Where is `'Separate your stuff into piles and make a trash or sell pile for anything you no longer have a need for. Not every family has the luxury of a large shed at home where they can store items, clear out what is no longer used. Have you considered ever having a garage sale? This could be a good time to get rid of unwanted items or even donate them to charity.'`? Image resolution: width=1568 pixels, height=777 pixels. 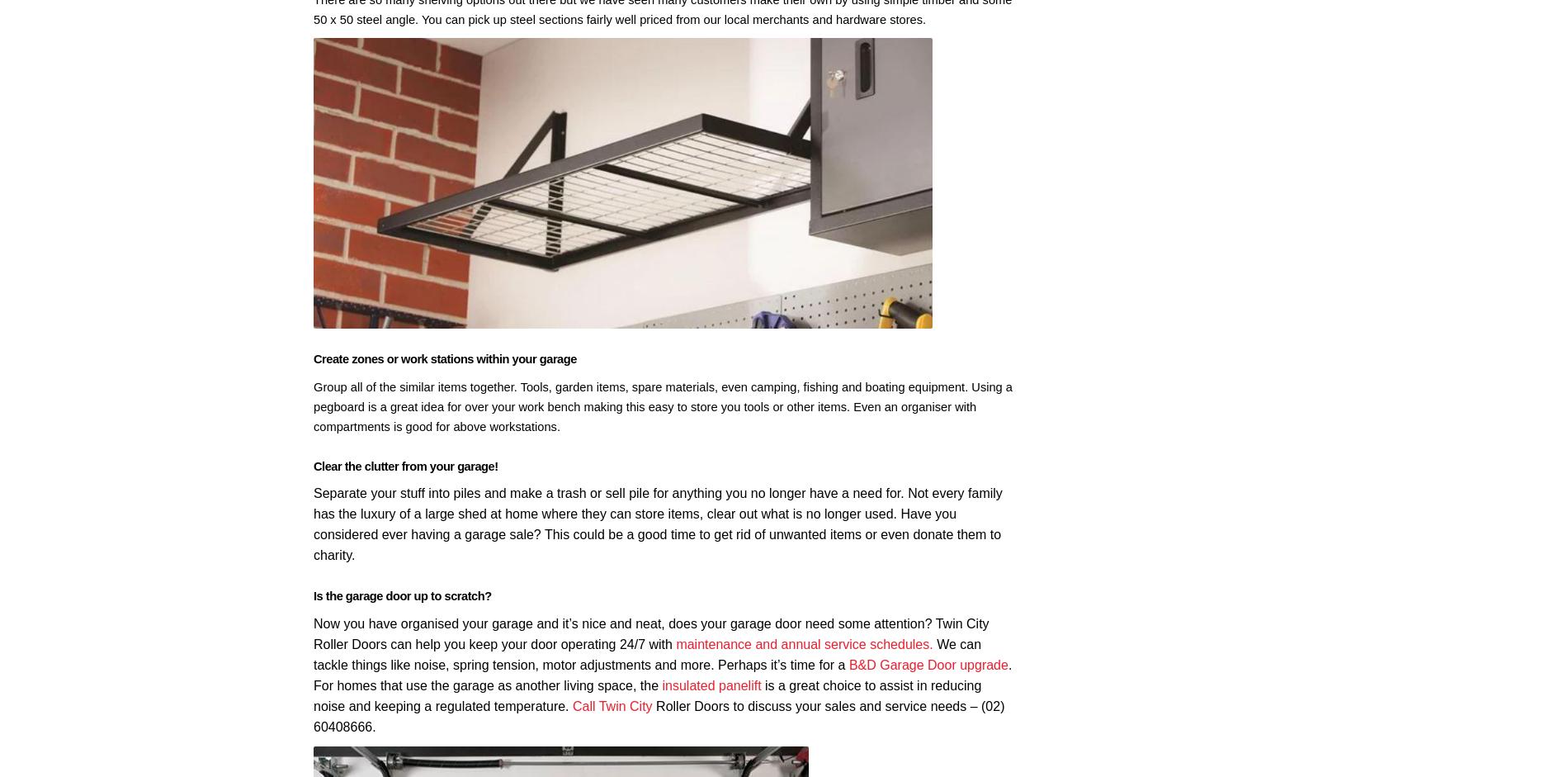
'Separate your stuff into piles and make a trash or sell pile for anything you no longer have a need for. Not every family has the luxury of a large shed at home where they can store items, clear out what is no longer used. Have you considered ever having a garage sale? This could be a good time to get rid of unwanted items or even donate them to charity.' is located at coordinates (657, 524).